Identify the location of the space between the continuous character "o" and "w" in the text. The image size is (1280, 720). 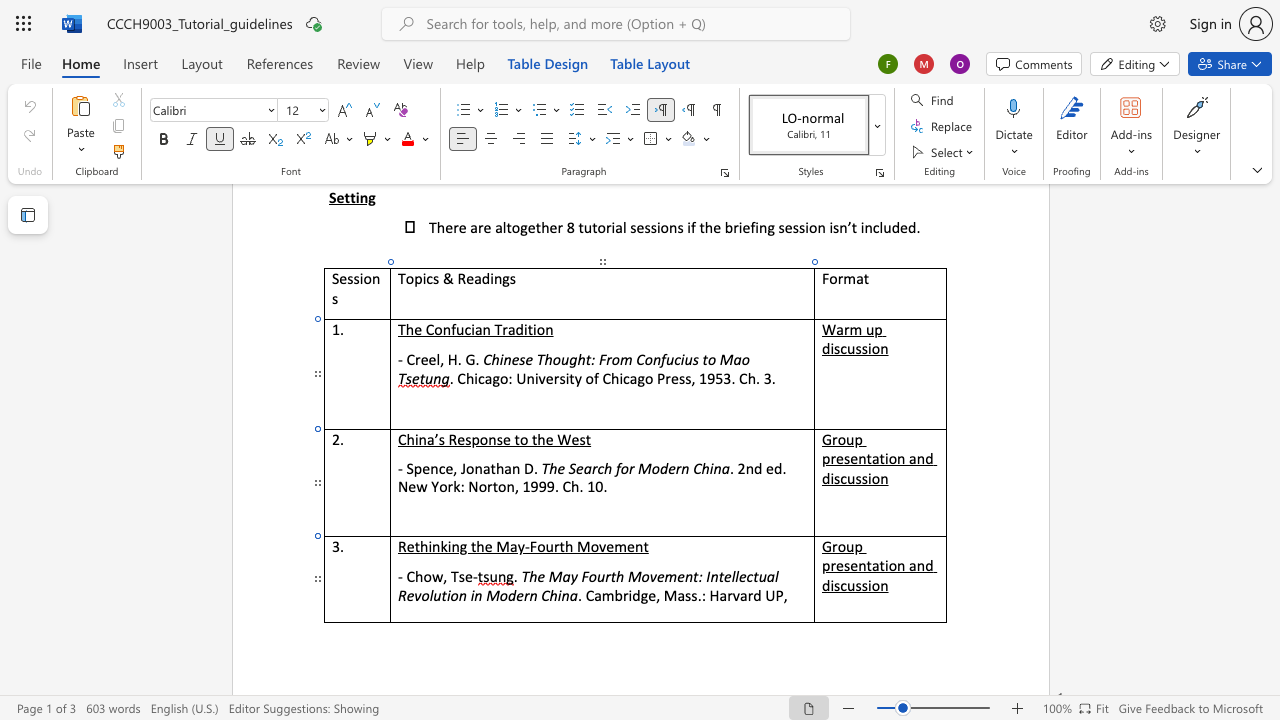
(431, 576).